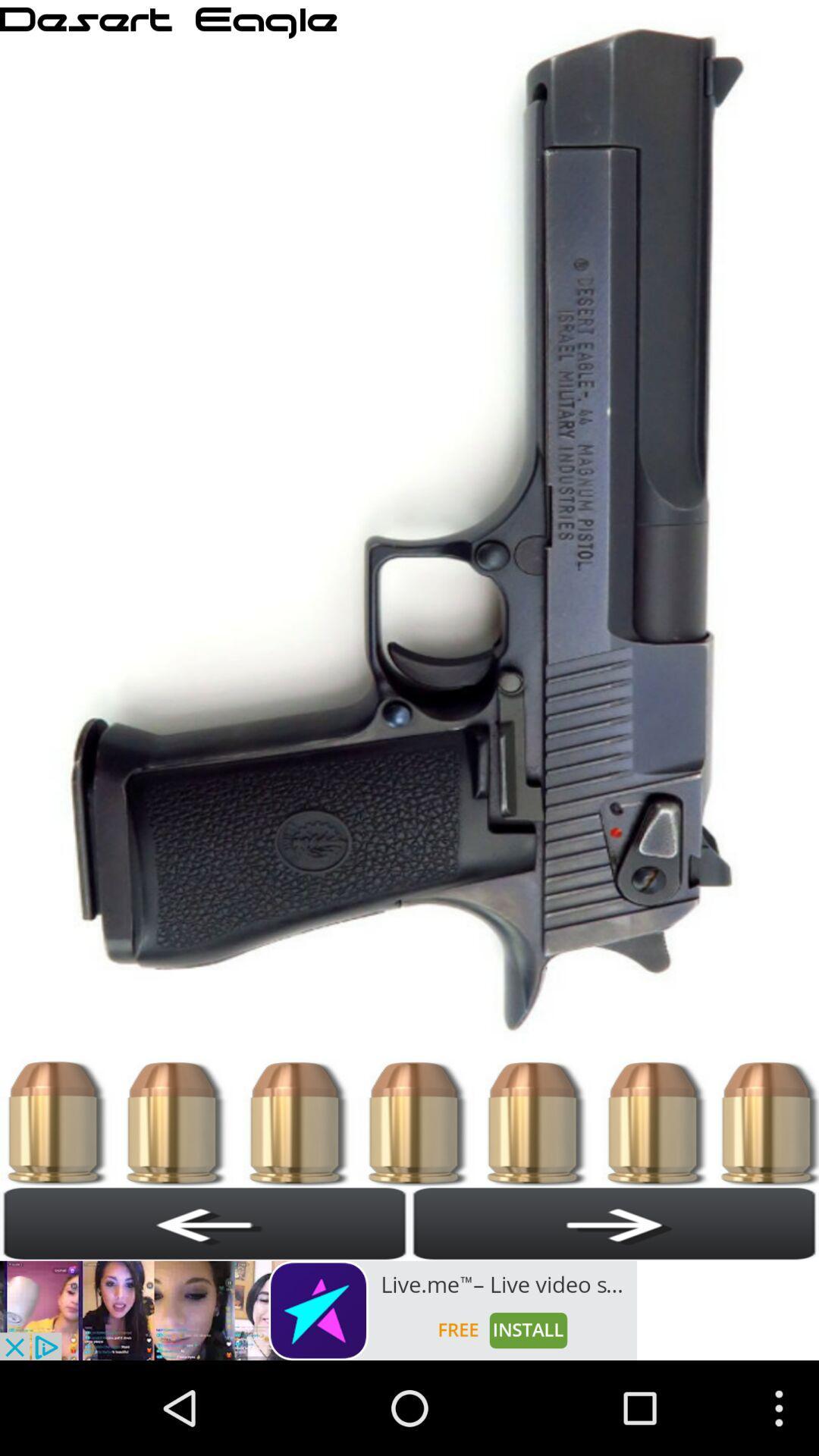  I want to click on switch left arrow option, so click(205, 1223).